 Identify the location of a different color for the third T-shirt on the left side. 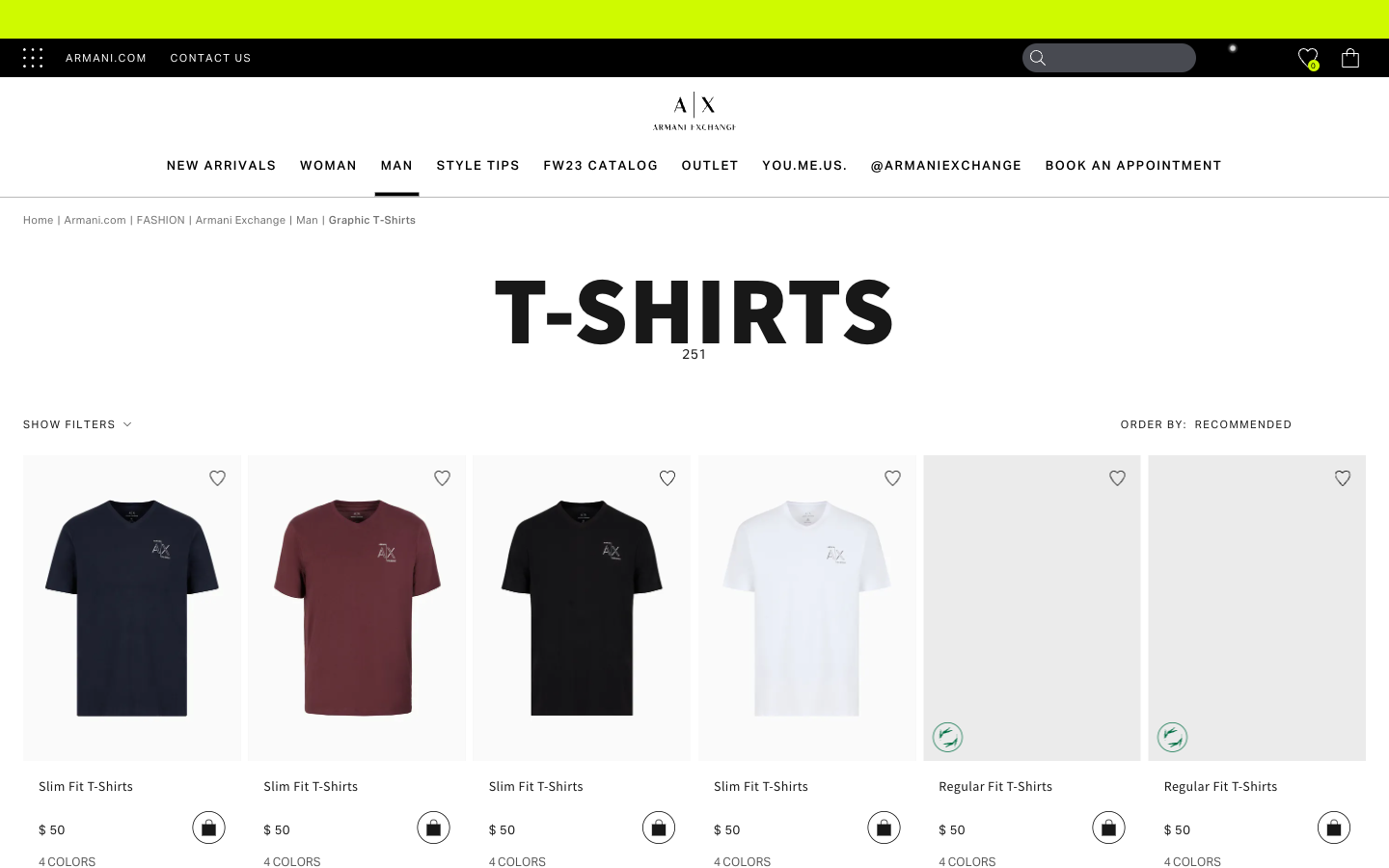
(516, 860).